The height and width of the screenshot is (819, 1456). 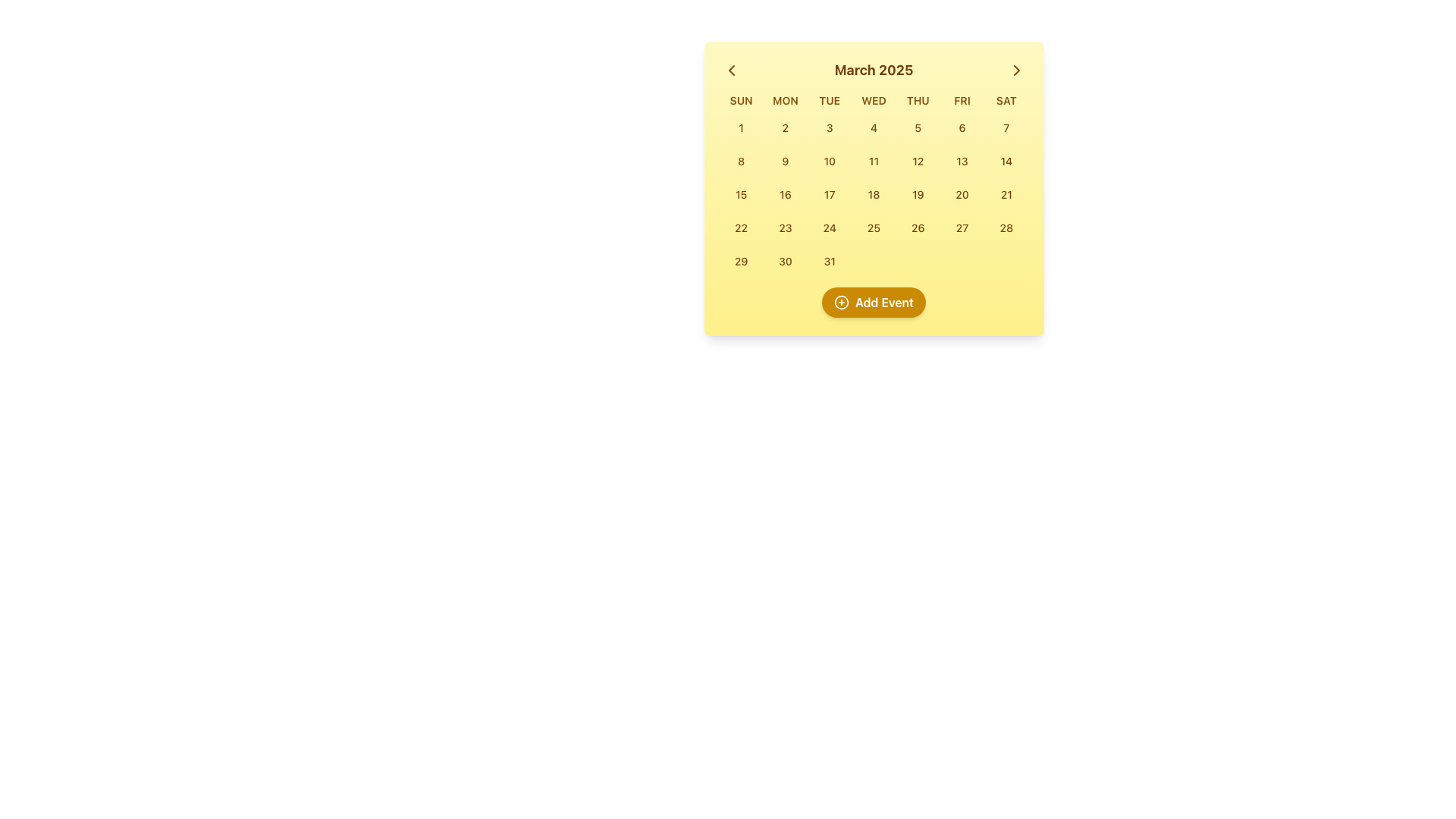 What do you see at coordinates (741, 127) in the screenshot?
I see `the text label '1' within the clickable grid cell of the calendar date picker, located under the 'SUN' column header` at bounding box center [741, 127].